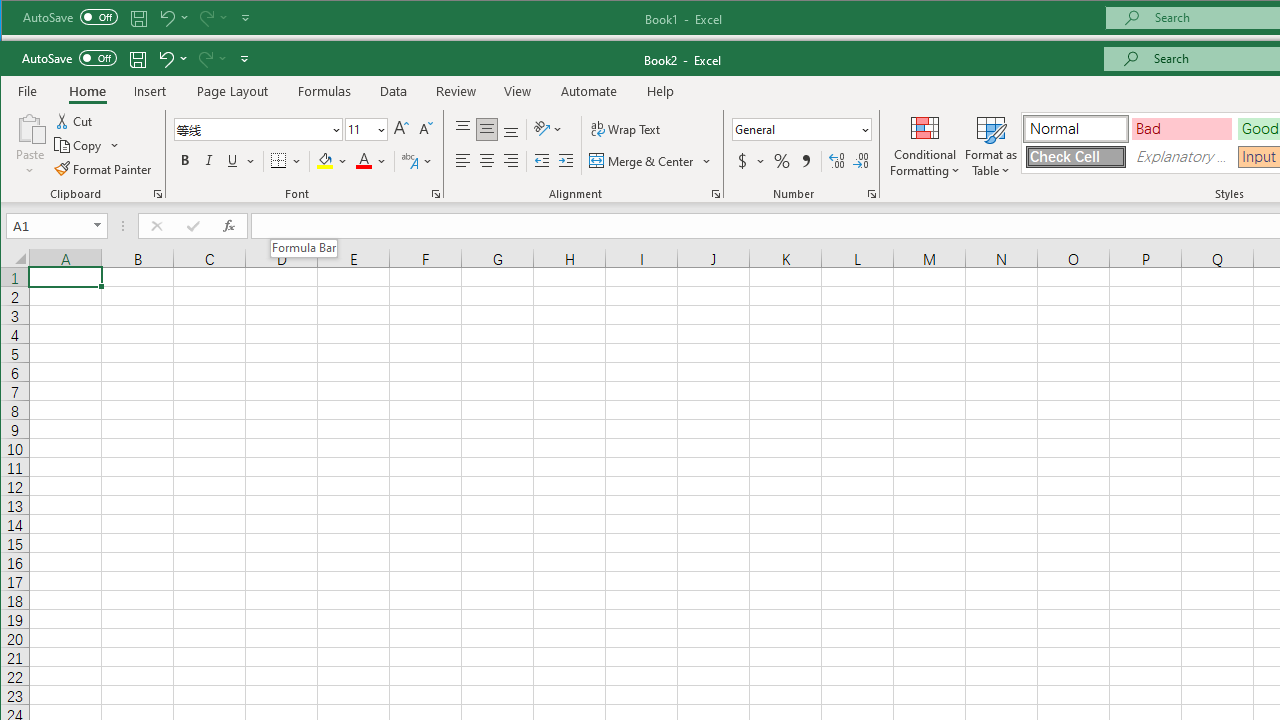 Image resolution: width=1280 pixels, height=720 pixels. Describe the element at coordinates (400, 129) in the screenshot. I see `'Increase Font Size'` at that location.